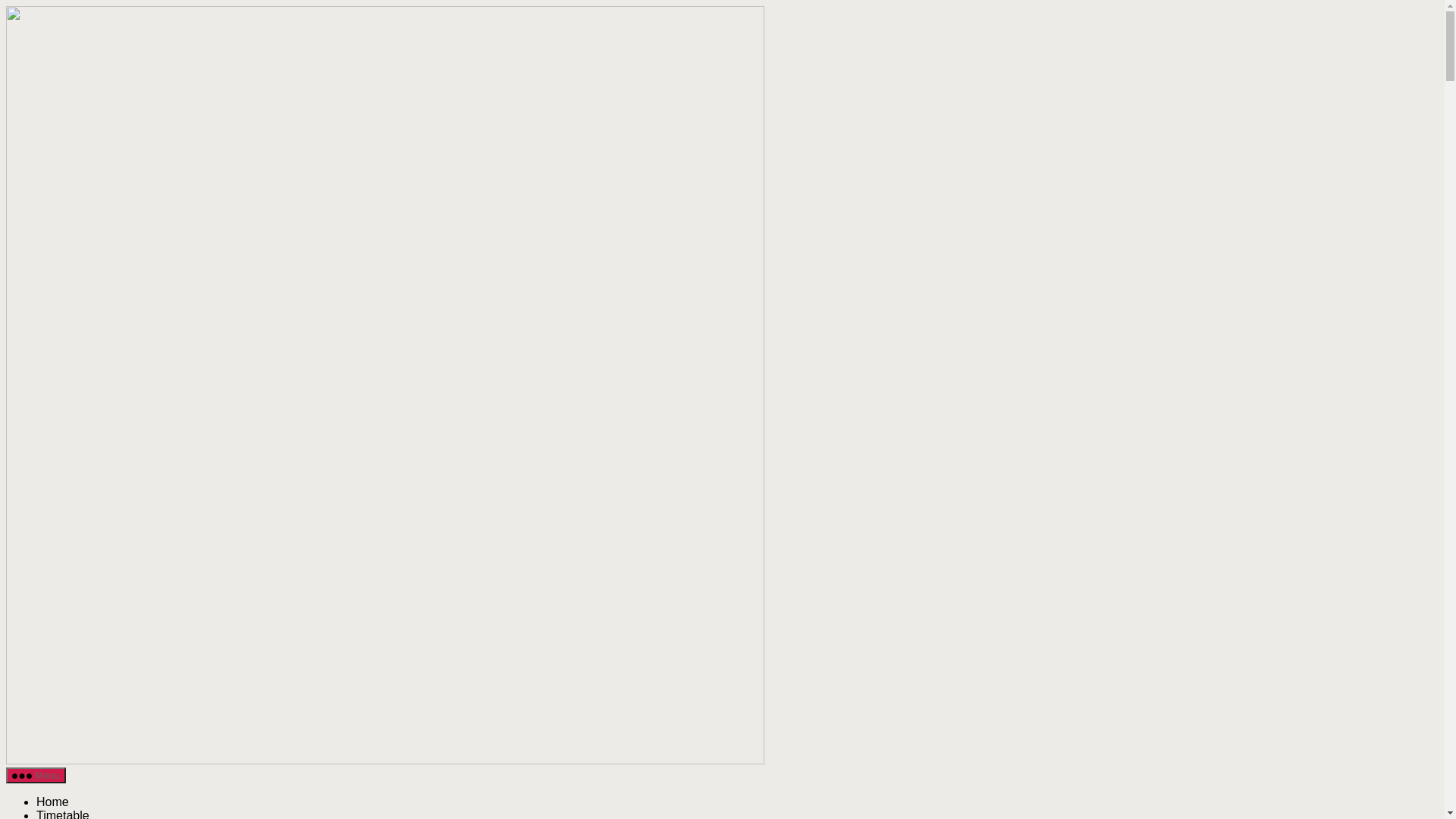  I want to click on 'Home', so click(52, 801).